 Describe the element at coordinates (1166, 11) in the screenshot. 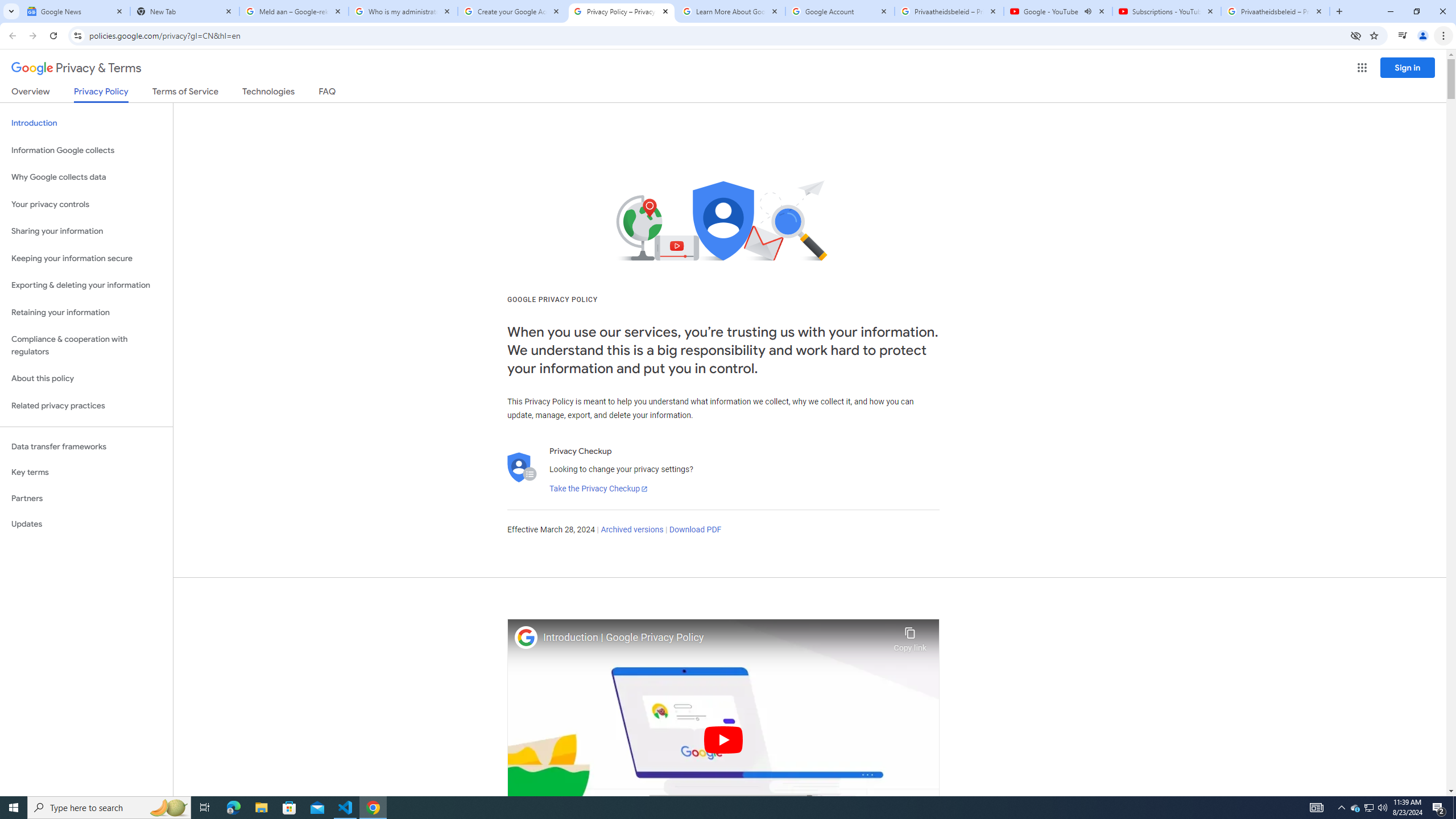

I see `'Subscriptions - YouTube'` at that location.